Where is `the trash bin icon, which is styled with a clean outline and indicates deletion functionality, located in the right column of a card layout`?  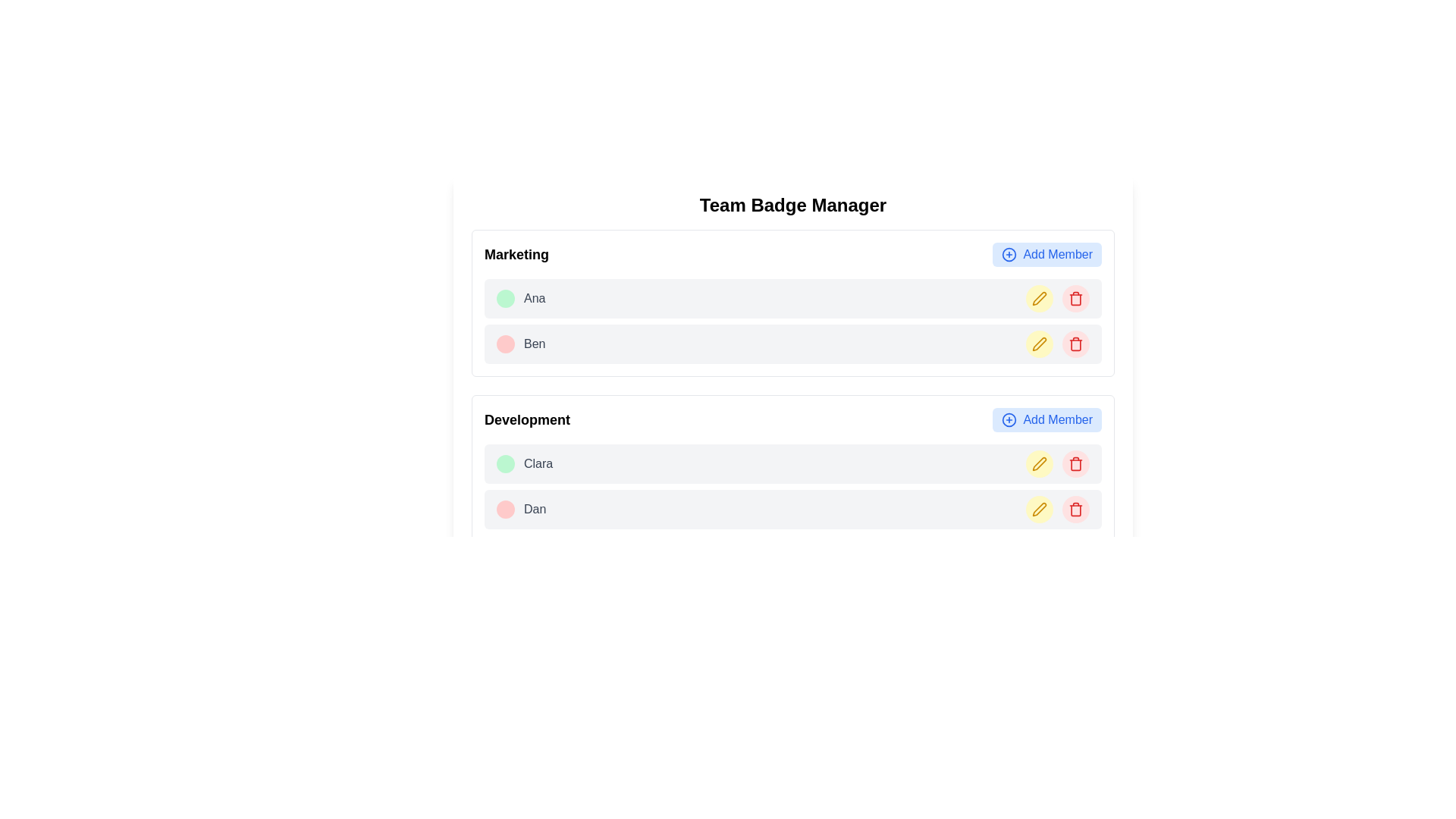
the trash bin icon, which is styled with a clean outline and indicates deletion functionality, located in the right column of a card layout is located at coordinates (1075, 510).